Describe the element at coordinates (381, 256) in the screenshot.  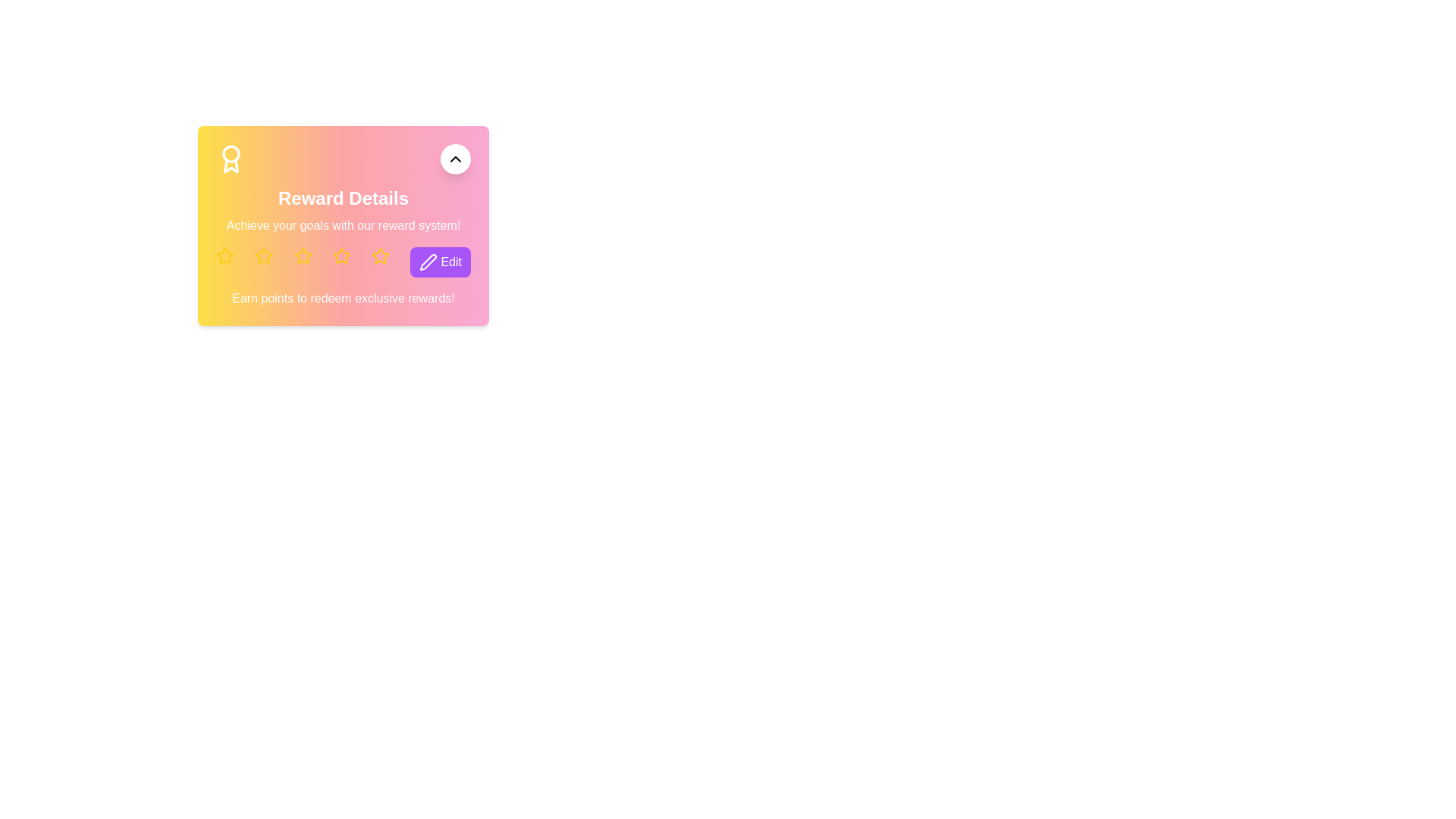
I see `the fifth yellow star icon in the horizontal row under the subtitle 'Achieve your goals with our reward system!' if interactivity is supported` at that location.